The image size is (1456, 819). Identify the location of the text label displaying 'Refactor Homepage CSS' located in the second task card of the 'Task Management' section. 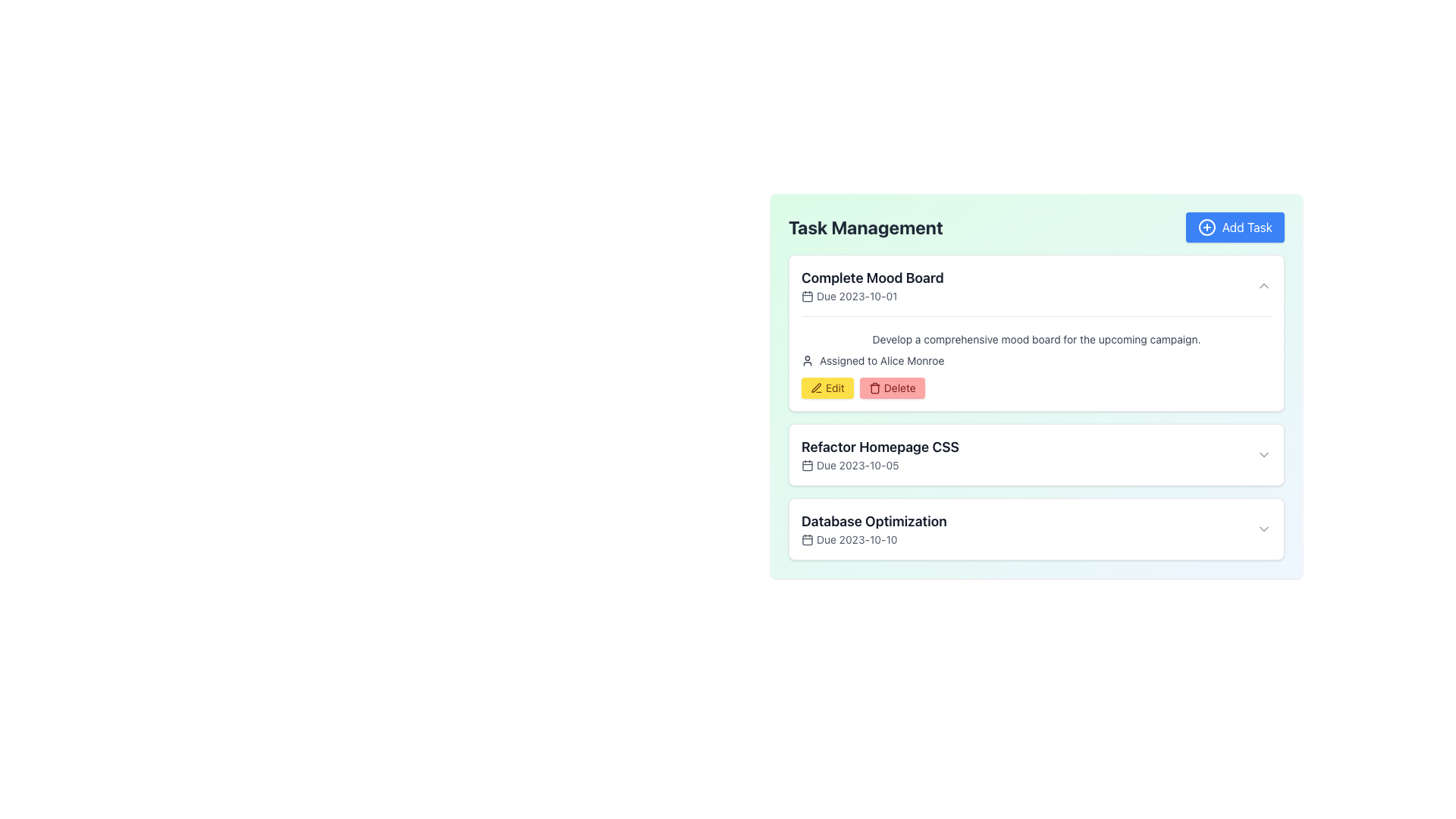
(880, 447).